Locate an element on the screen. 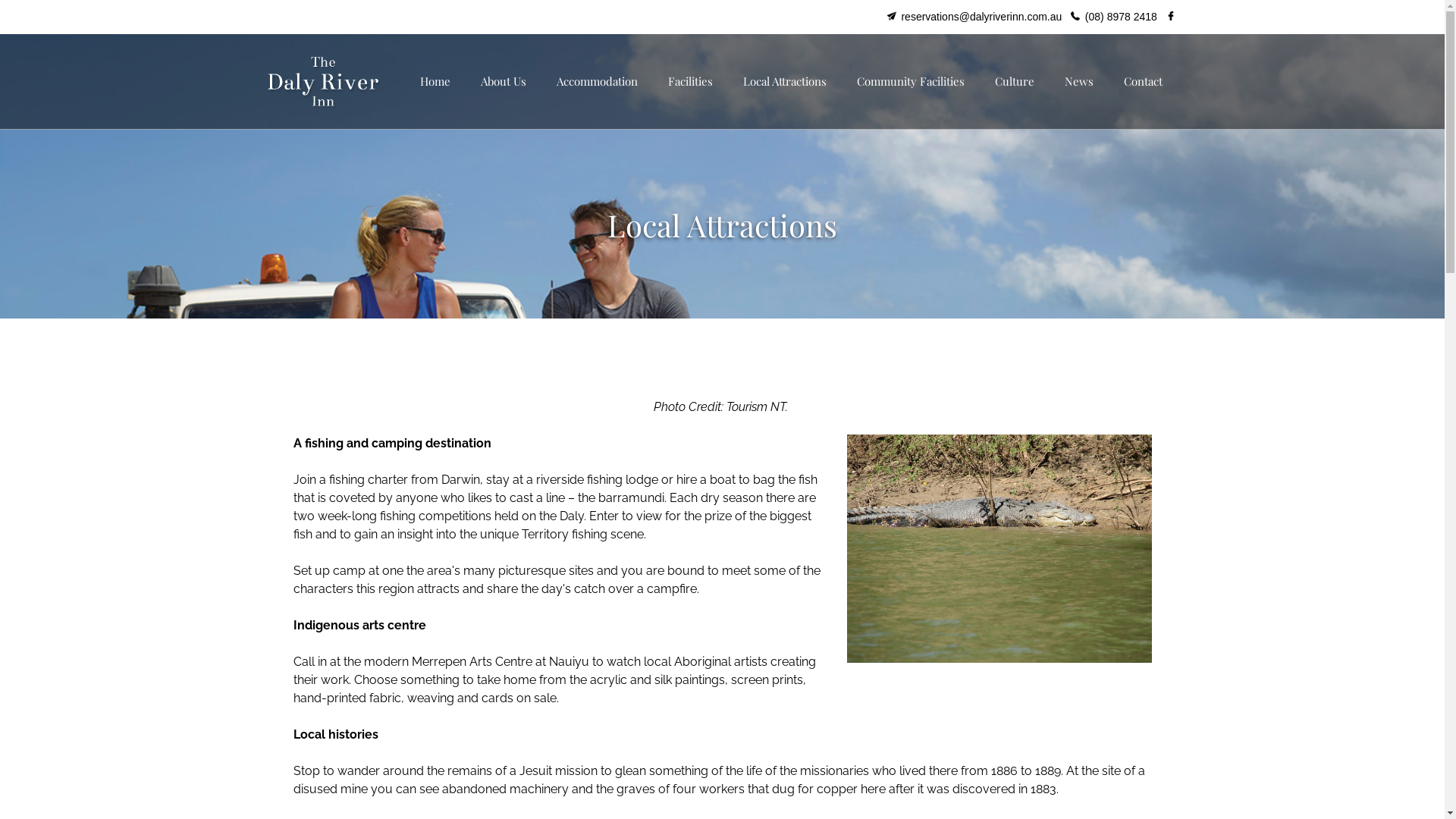  'Local Attractions' is located at coordinates (785, 81).